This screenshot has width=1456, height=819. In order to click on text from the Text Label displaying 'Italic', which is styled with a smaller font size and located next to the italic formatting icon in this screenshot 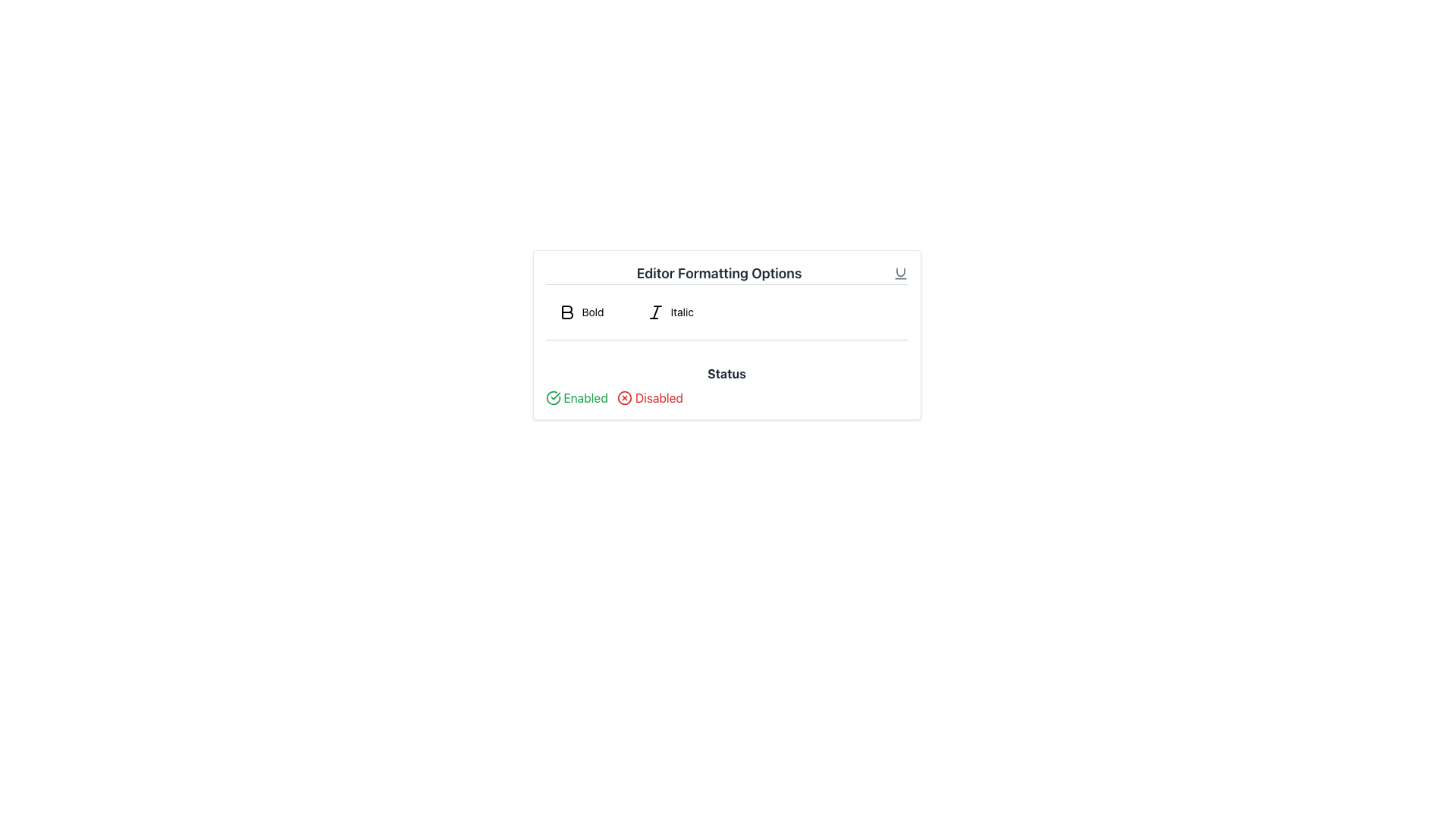, I will do `click(681, 312)`.